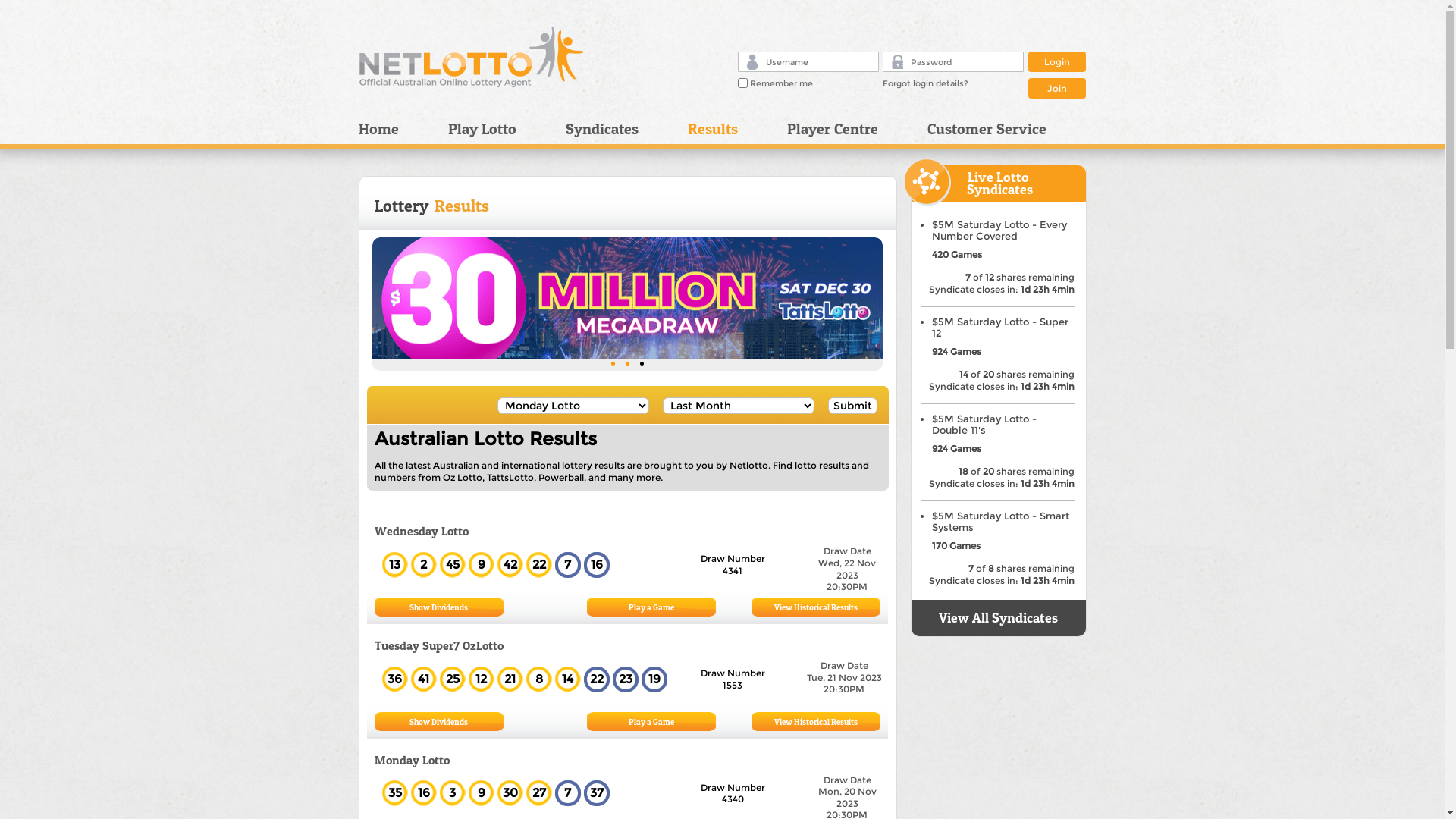 The image size is (1456, 819). I want to click on 'Forgot login details?', so click(924, 83).